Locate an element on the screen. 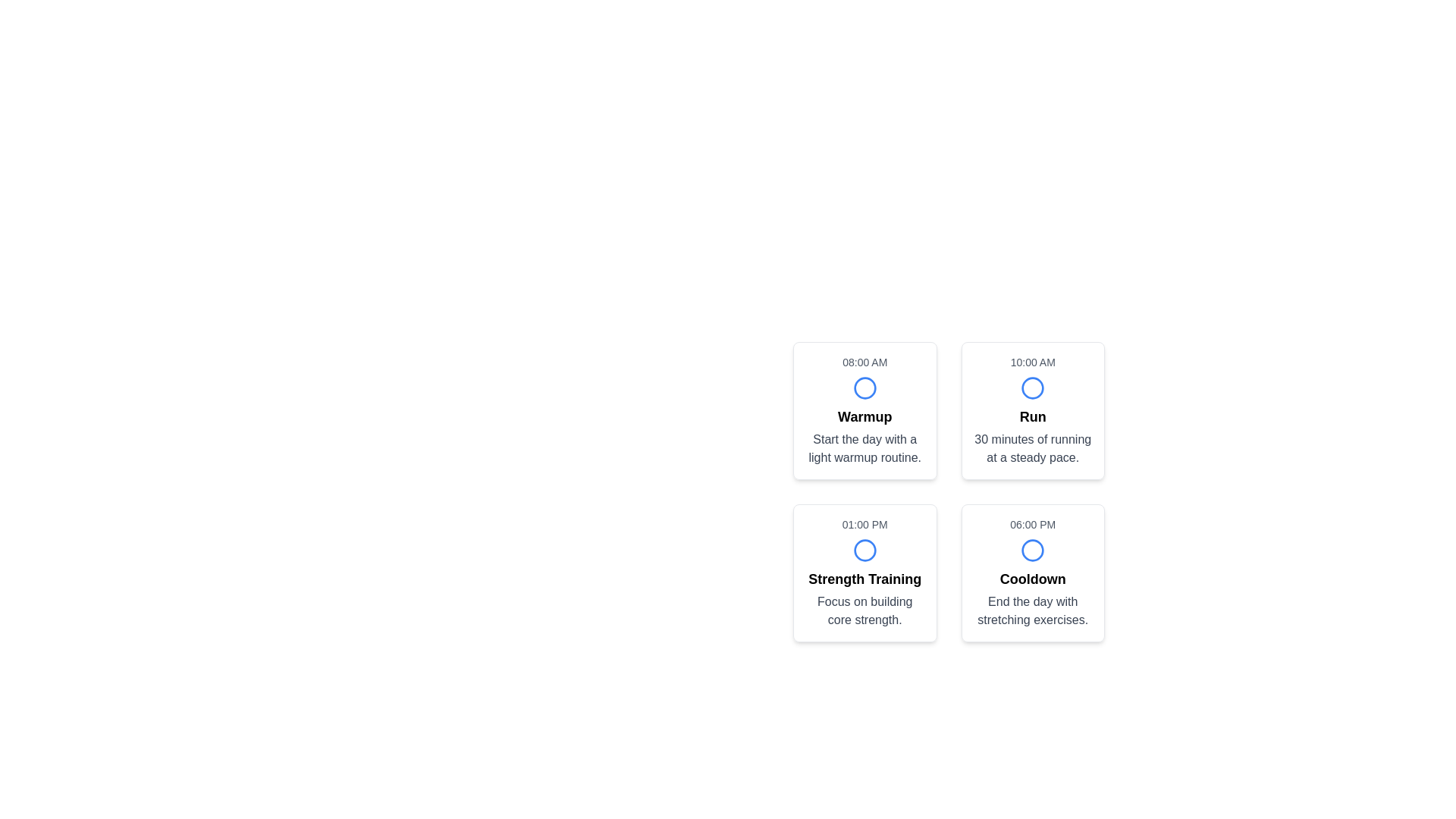 Image resolution: width=1456 pixels, height=819 pixels. the static text label that displays the word 'Cooldown', which is styled with a bold, larger font and is positioned between the activity time '06:00 PM' and the description text below it is located at coordinates (1032, 579).